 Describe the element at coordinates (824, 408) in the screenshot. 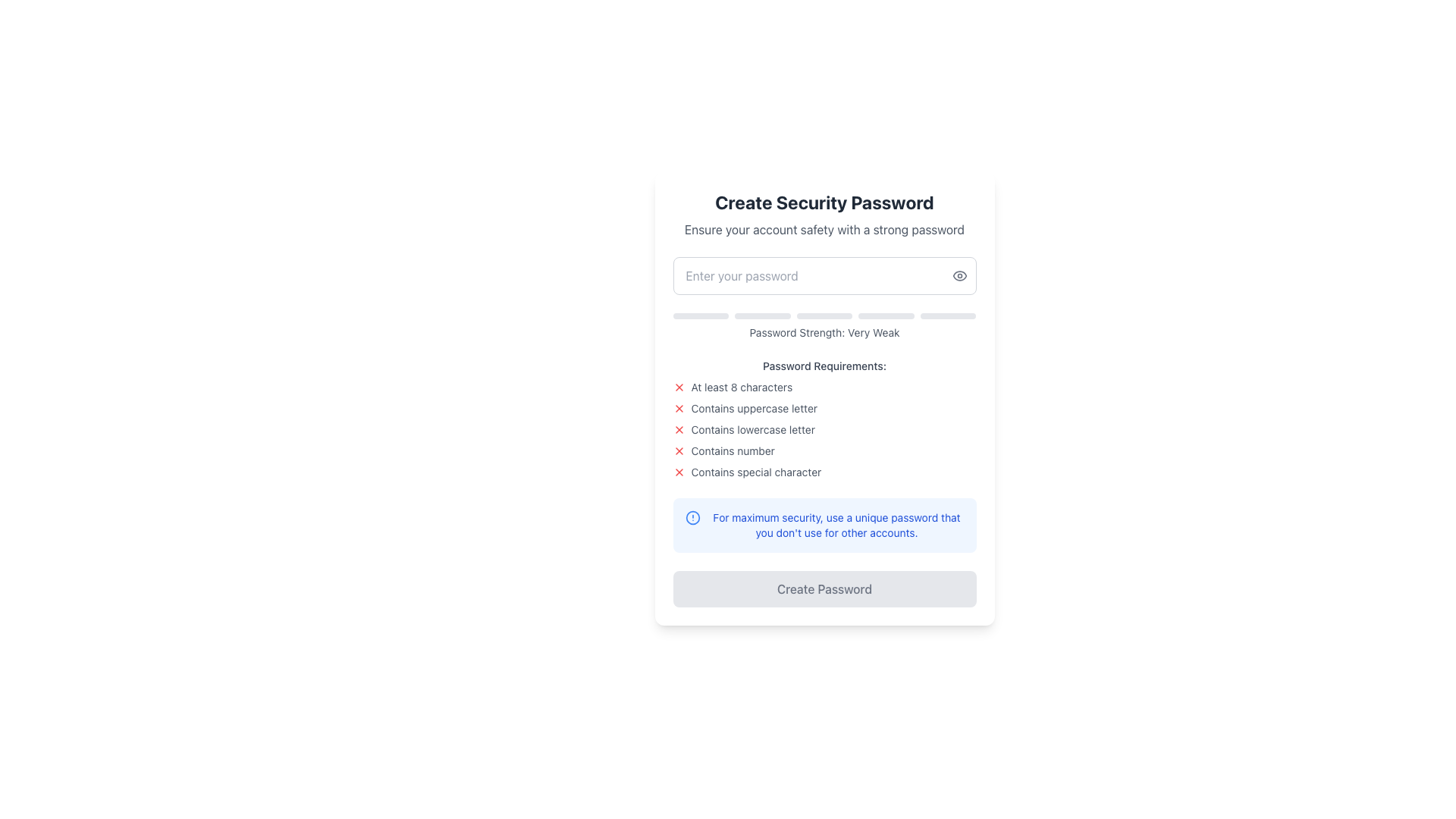

I see `the text element 'Contains uppercase letter' with a red crossed-out icon, which is the second item in the list of password requirements` at that location.